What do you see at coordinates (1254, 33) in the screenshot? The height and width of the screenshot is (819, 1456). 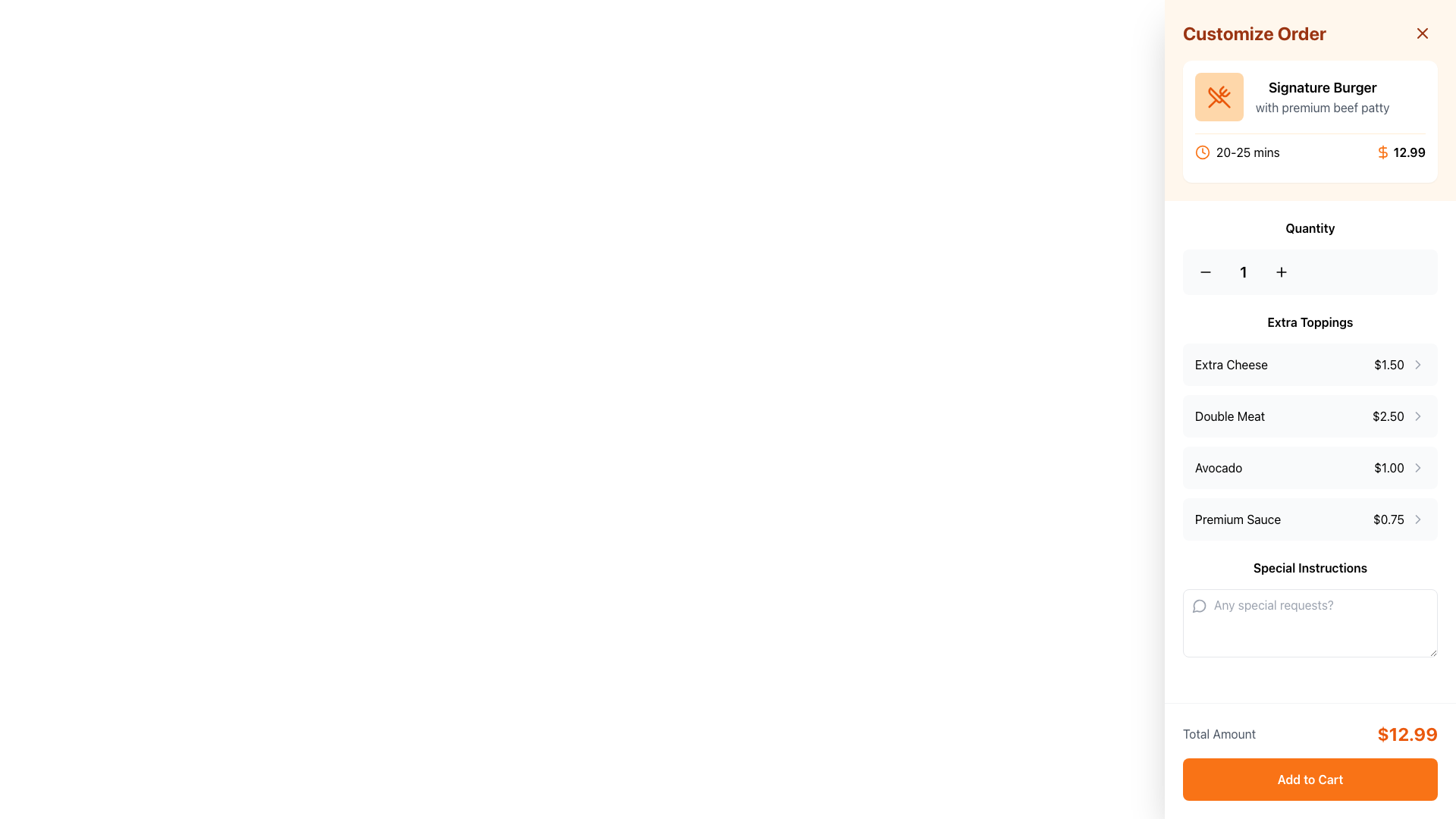 I see `the text element reading 'Customize Order' which is styled in bold, large orange font and located at the top of the sidebar interface` at bounding box center [1254, 33].